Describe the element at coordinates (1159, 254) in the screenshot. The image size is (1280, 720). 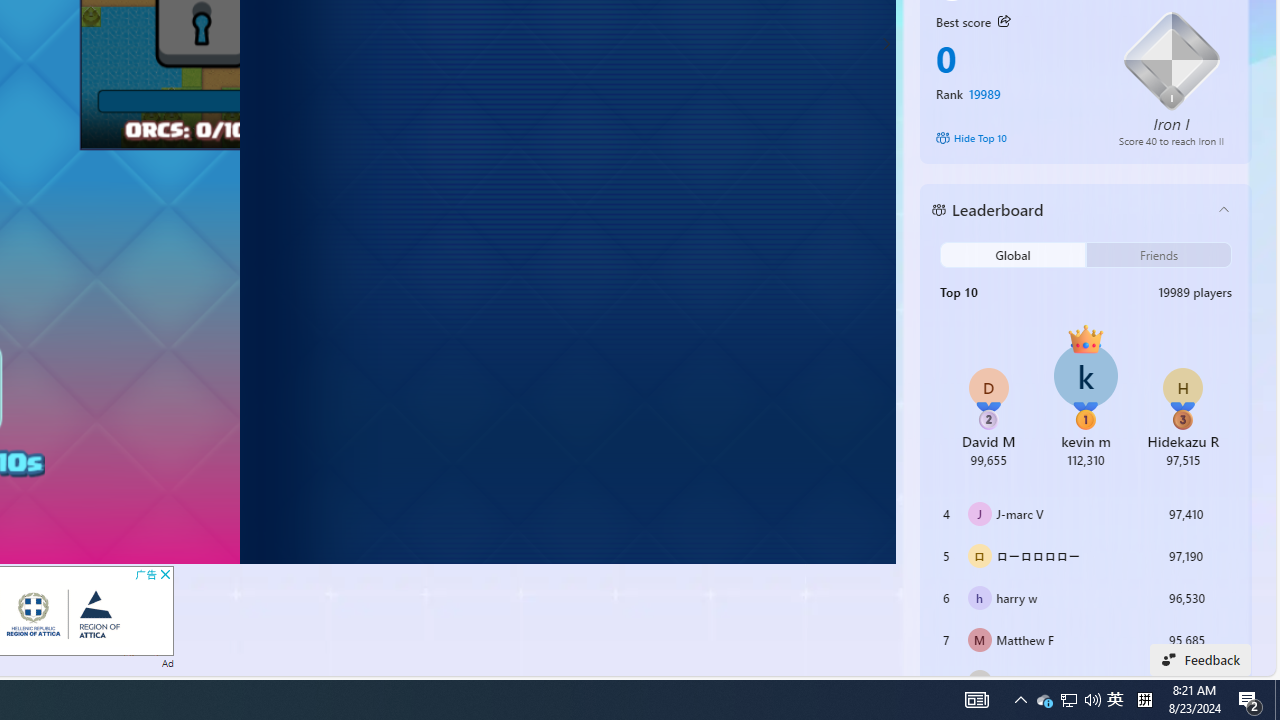
I see `'Friends'` at that location.